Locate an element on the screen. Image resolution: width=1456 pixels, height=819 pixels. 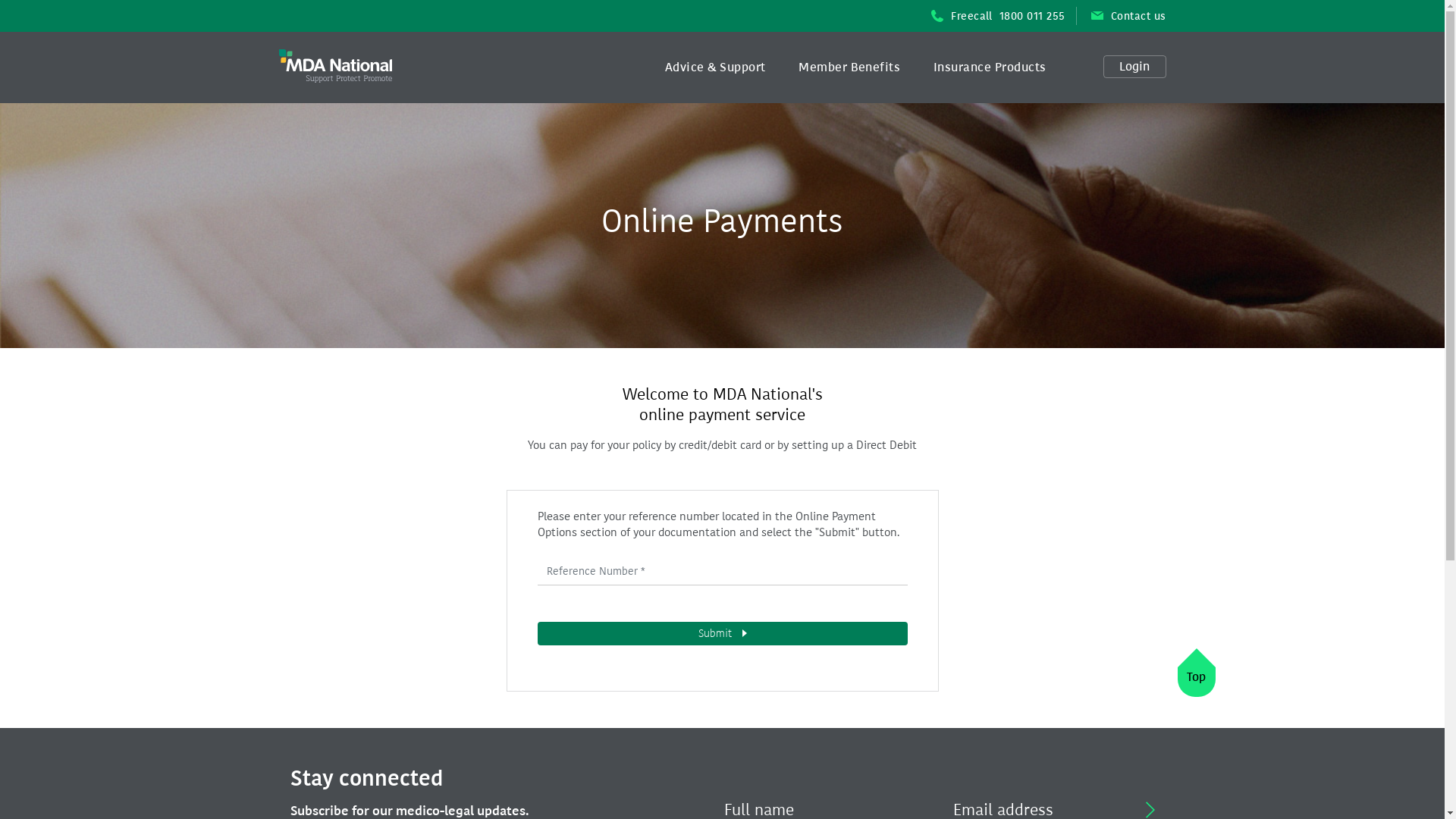
'Advice & Support' is located at coordinates (714, 66).